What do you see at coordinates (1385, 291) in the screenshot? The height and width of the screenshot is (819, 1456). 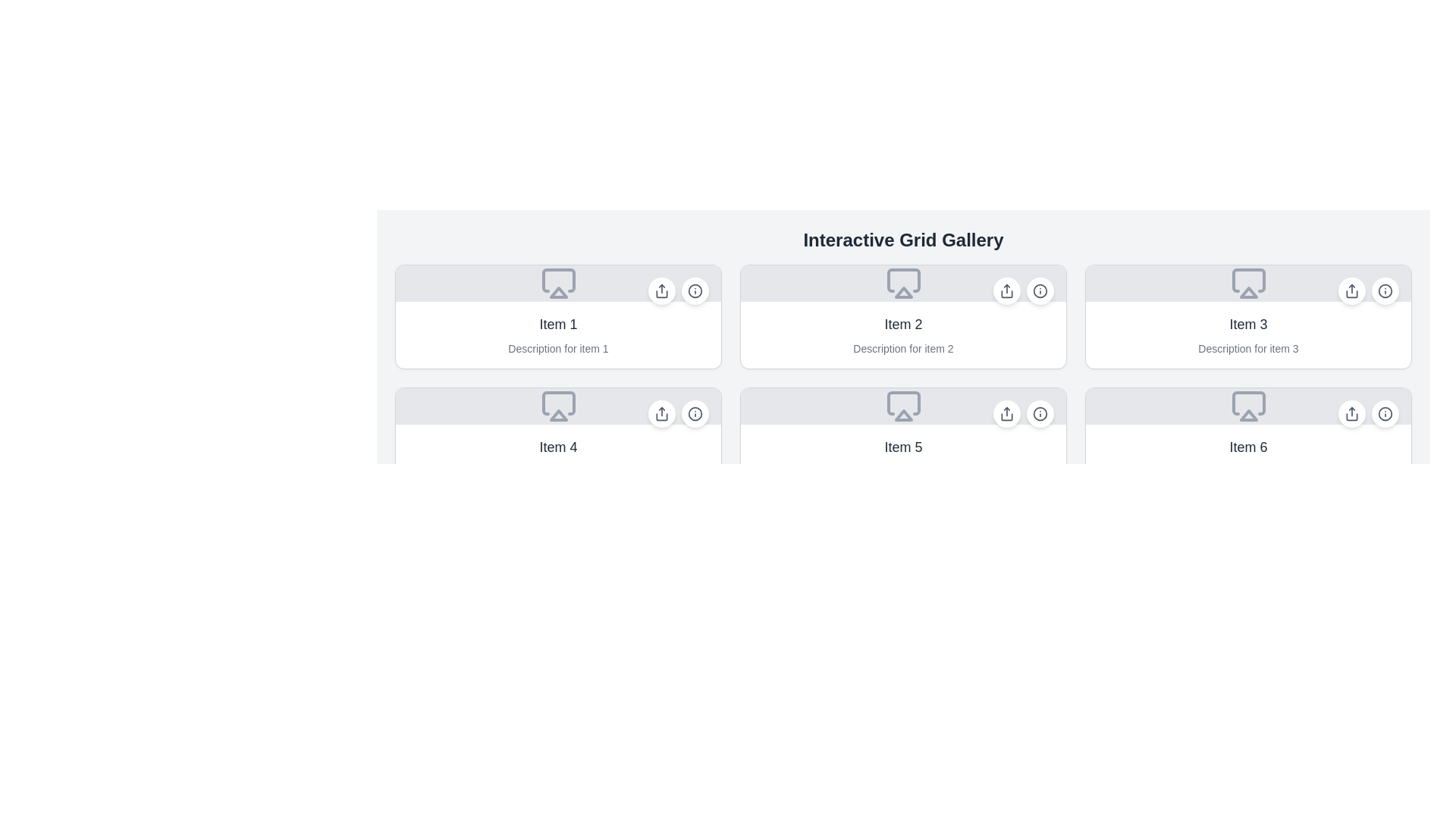 I see `the circular part of the information icon located in Item 3 at the upper-right corner next to the upload button` at bounding box center [1385, 291].